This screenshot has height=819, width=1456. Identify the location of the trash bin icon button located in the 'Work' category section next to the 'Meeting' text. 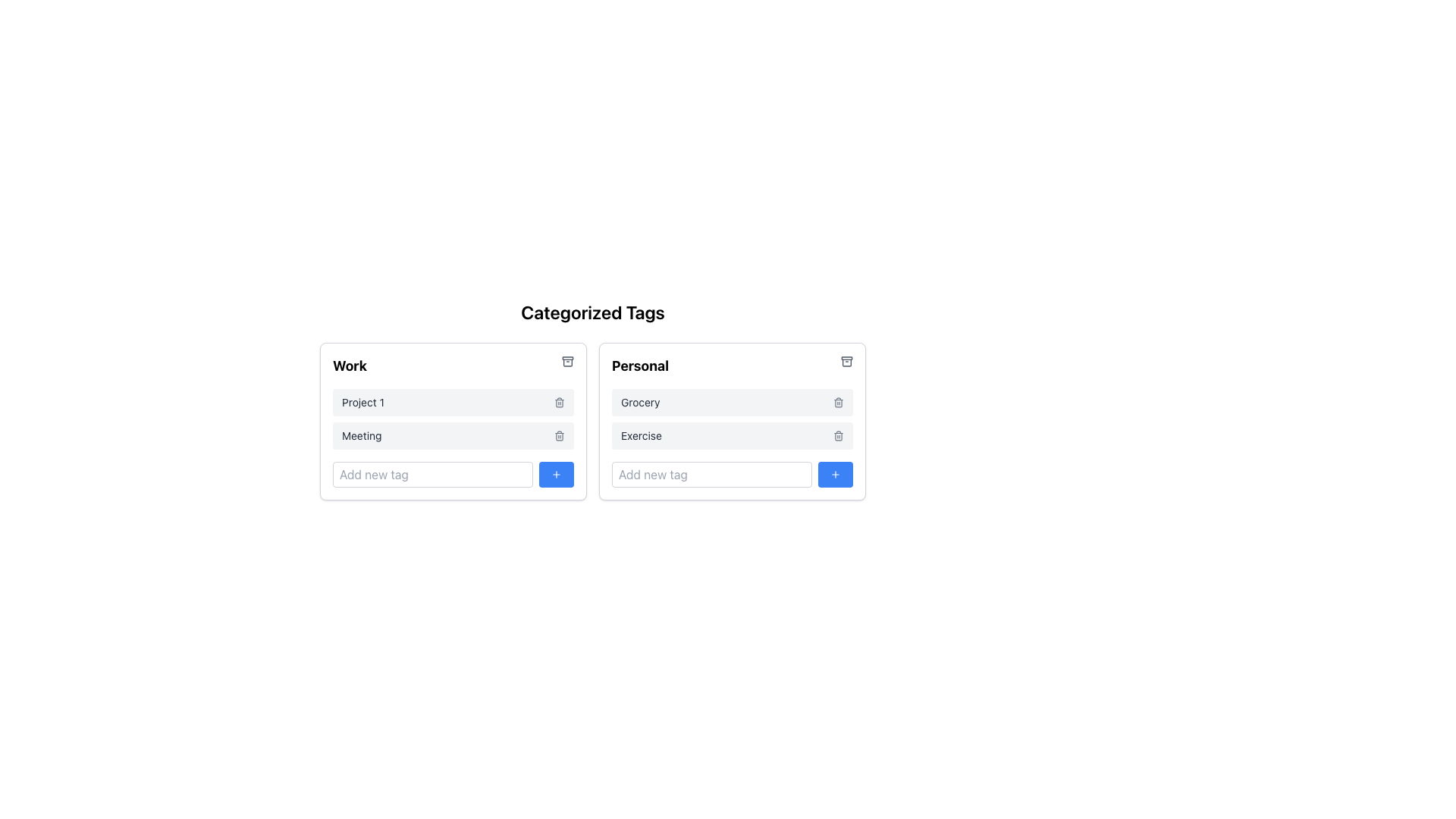
(559, 435).